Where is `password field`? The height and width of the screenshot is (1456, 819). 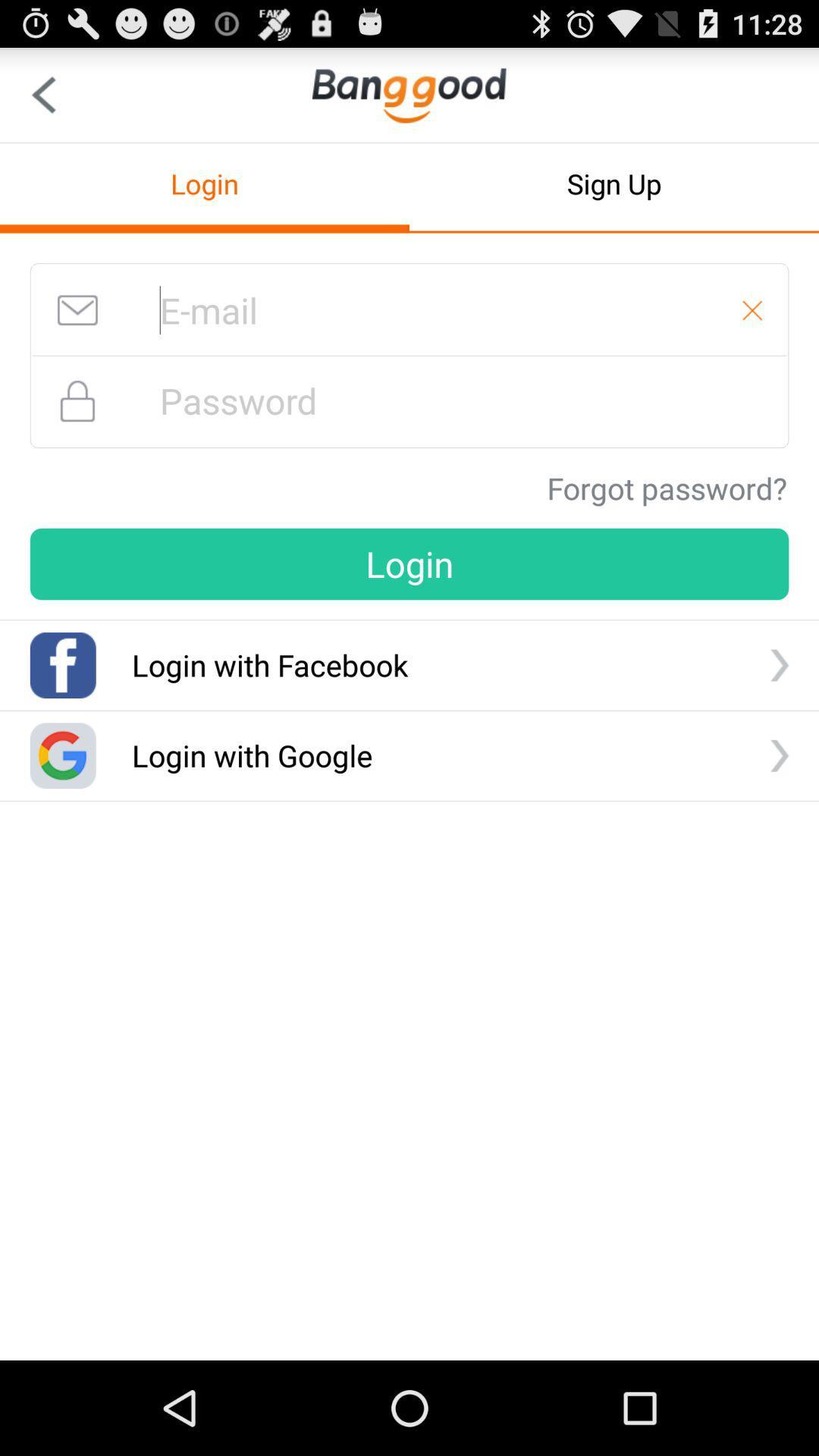
password field is located at coordinates (409, 400).